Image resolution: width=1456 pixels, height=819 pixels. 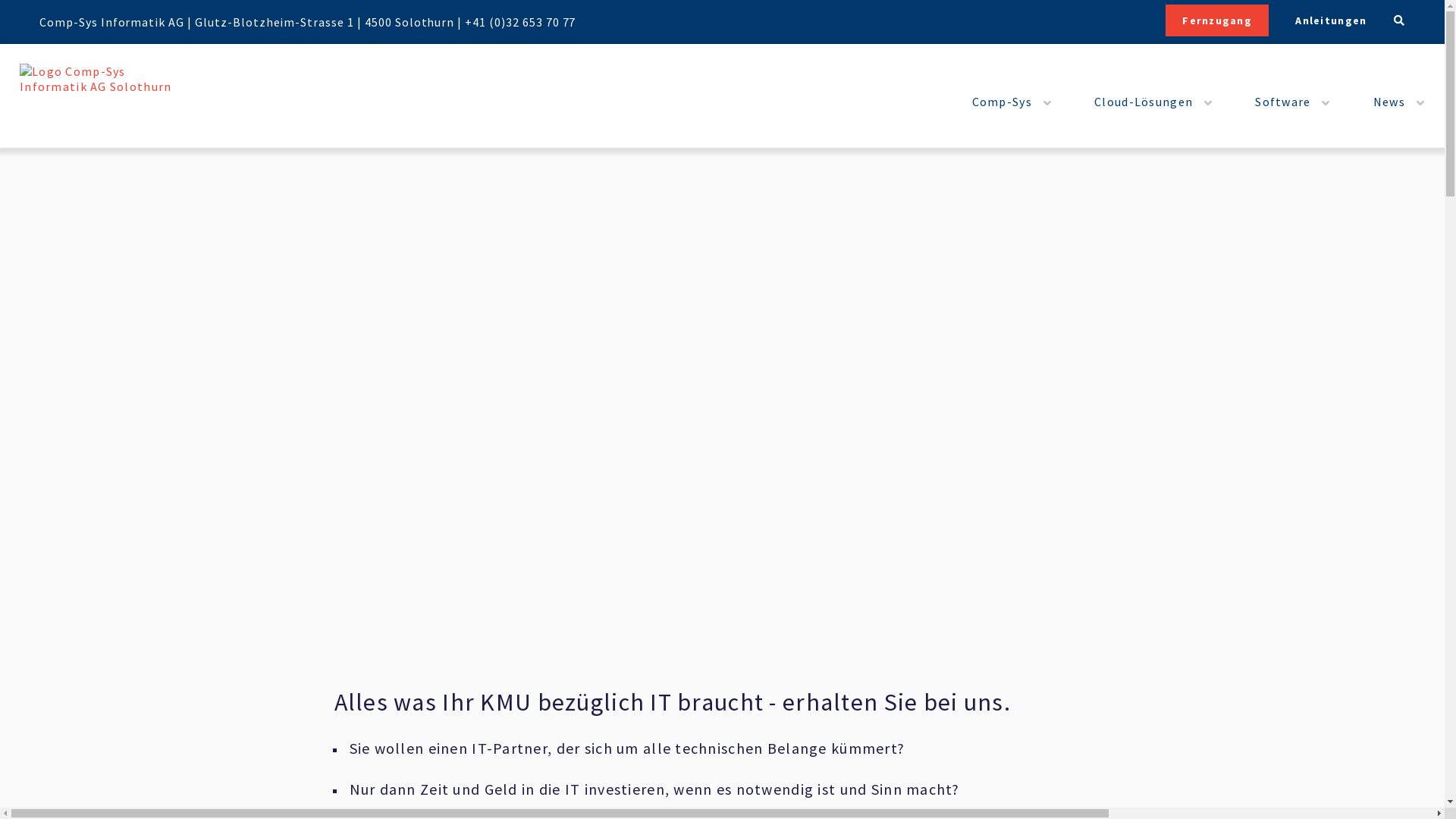 I want to click on 'Anleitungen', so click(x=1320, y=20).